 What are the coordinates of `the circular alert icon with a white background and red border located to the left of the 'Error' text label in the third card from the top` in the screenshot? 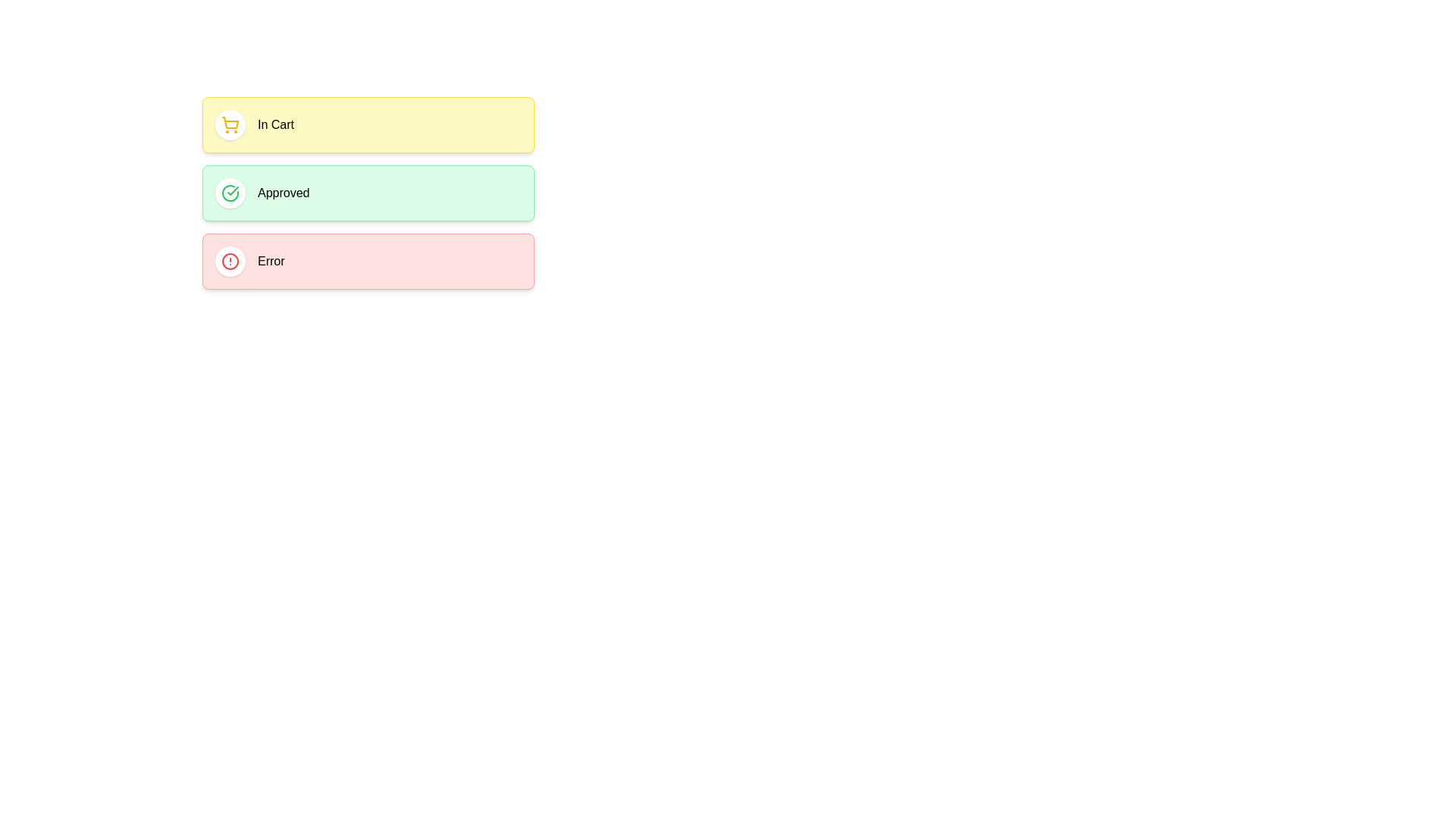 It's located at (229, 260).